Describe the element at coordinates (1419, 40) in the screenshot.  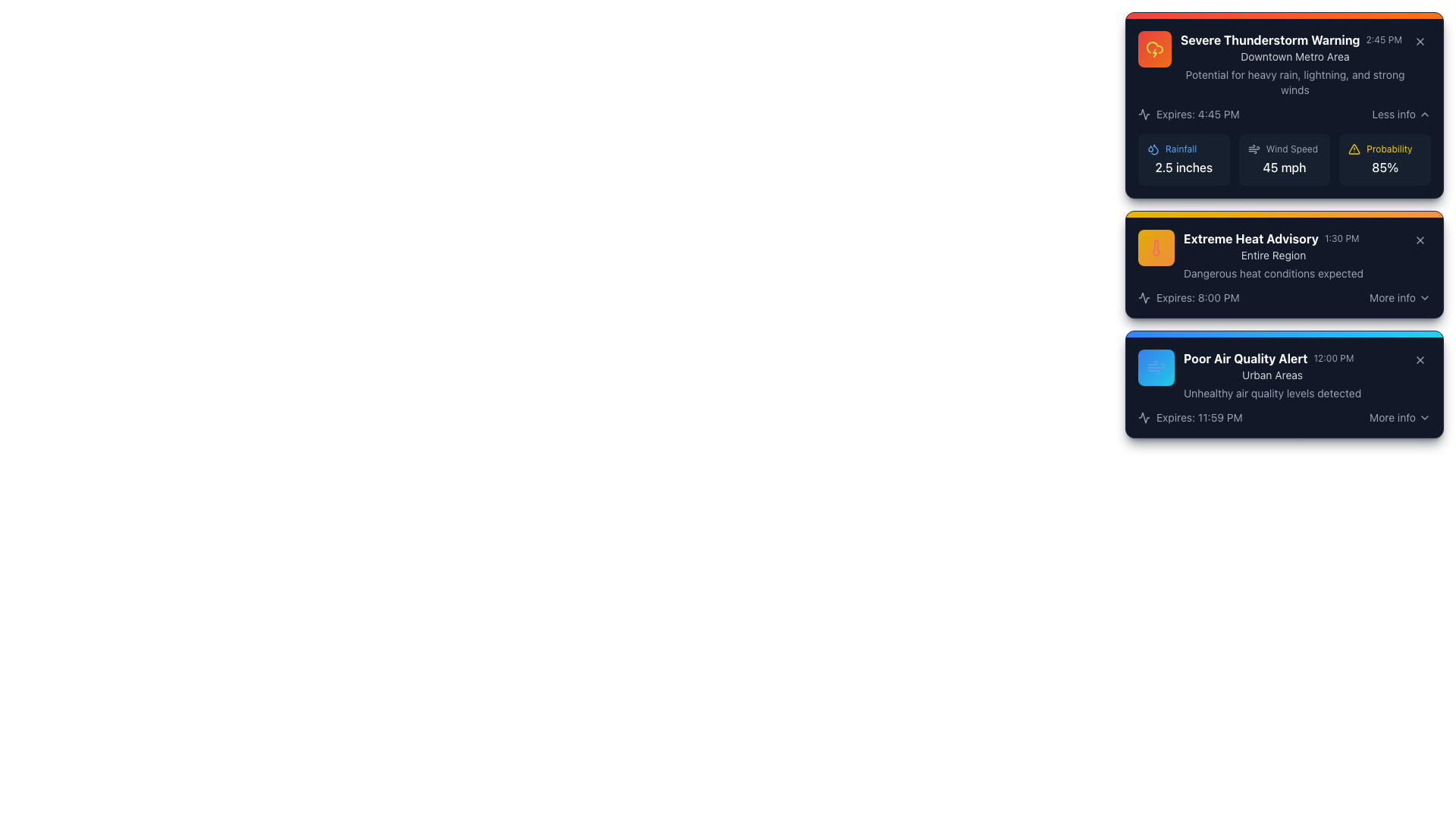
I see `the close icon, represented by an 'X', located in the top-right corner of the 'Severe Thunderstorm Warning' card` at that location.